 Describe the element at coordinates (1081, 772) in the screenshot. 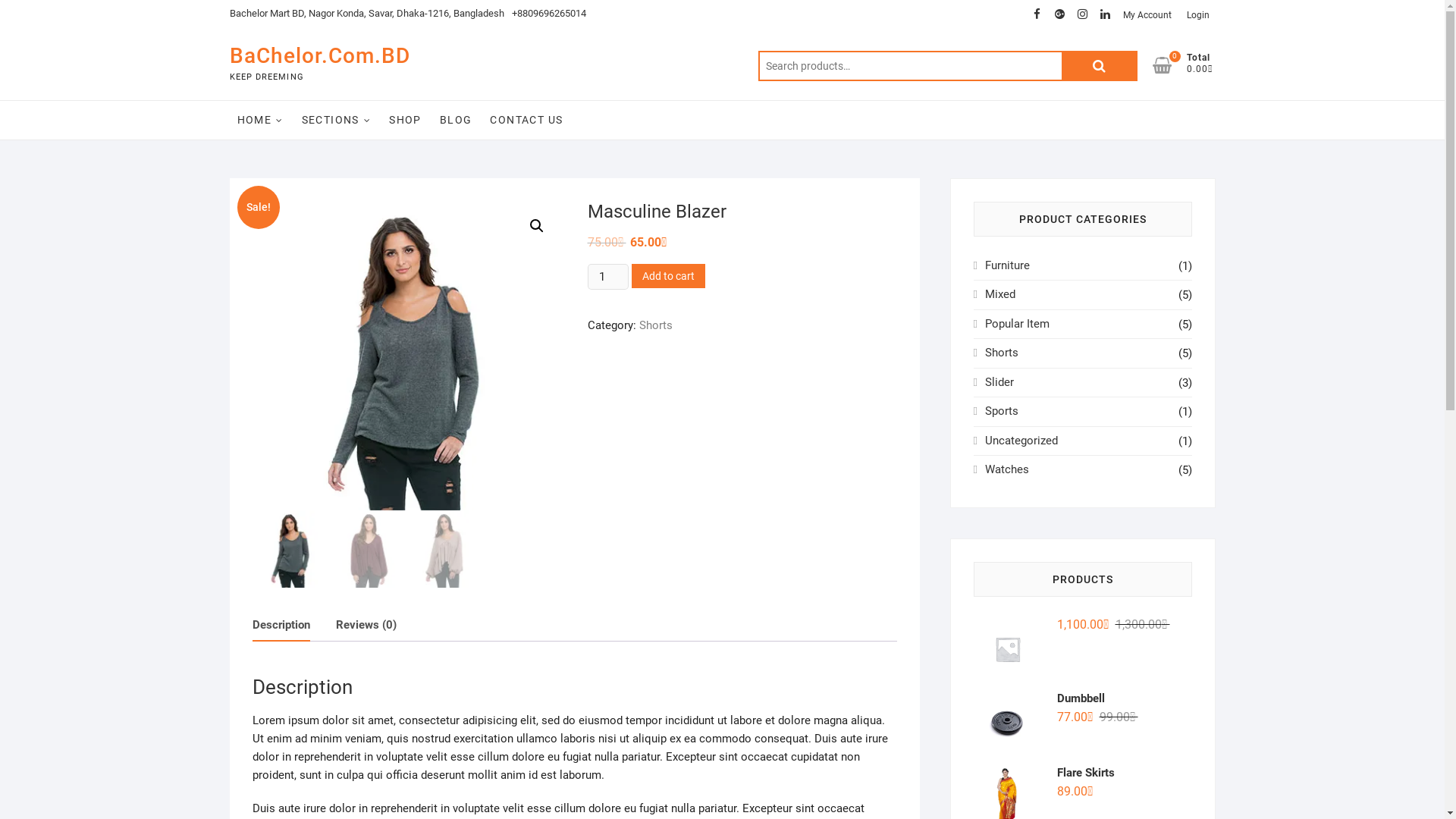

I see `'Flare Skirts'` at that location.